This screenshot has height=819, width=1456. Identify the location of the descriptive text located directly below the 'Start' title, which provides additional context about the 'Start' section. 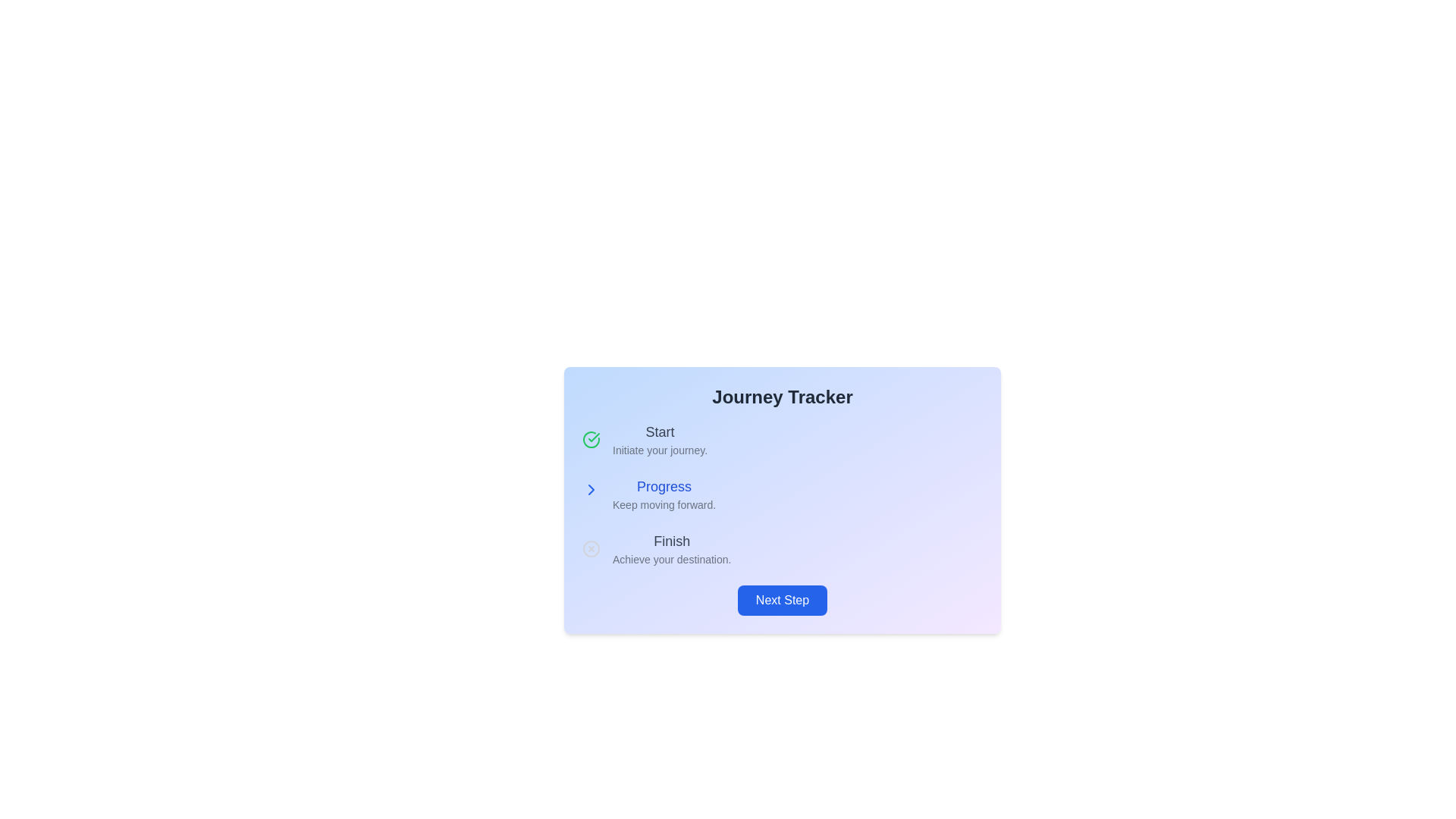
(660, 450).